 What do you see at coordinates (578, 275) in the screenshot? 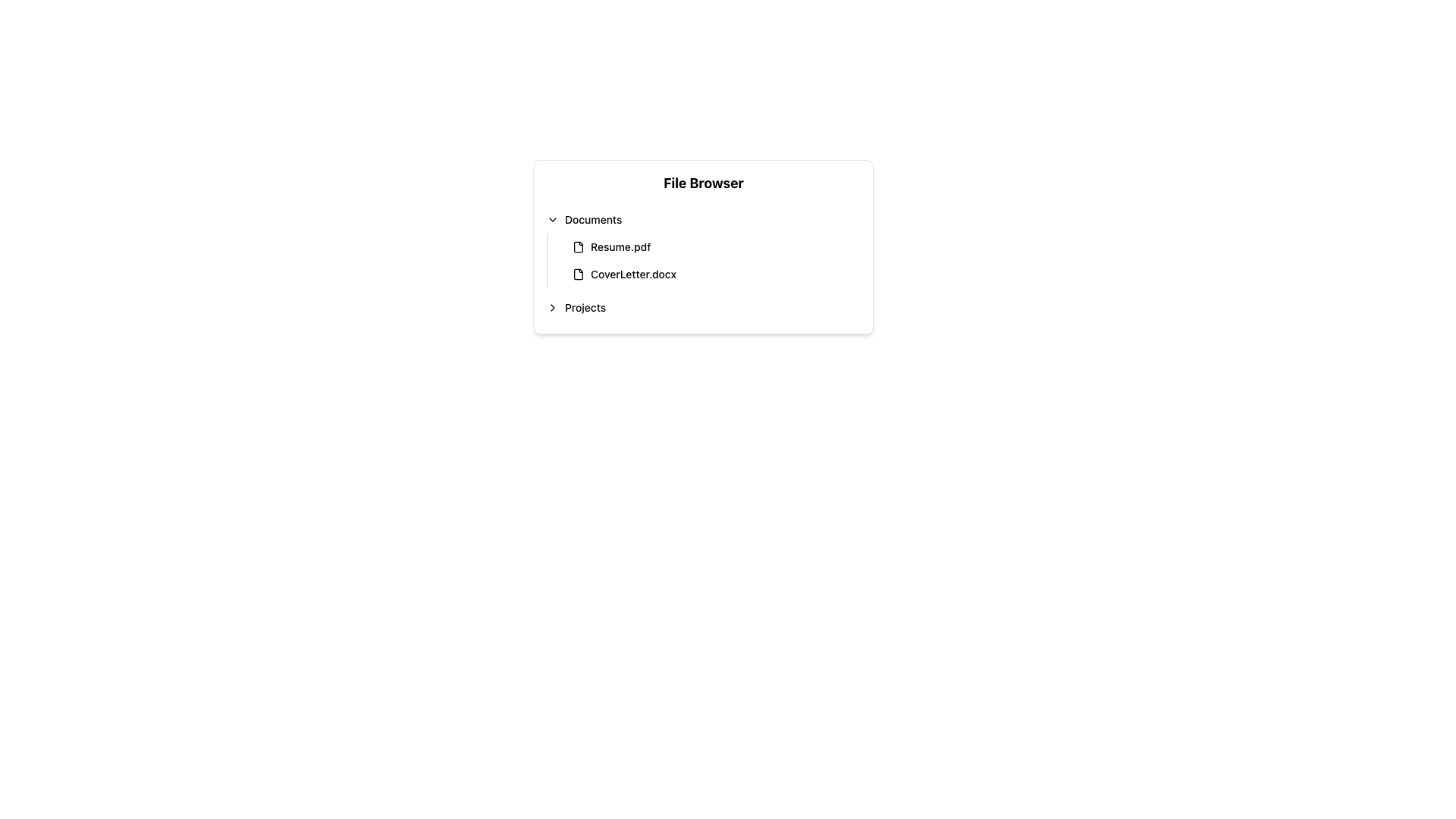
I see `the file icon representing 'CoverLetter.docx', which is a small document-shaped outline icon with a bold border located` at bounding box center [578, 275].